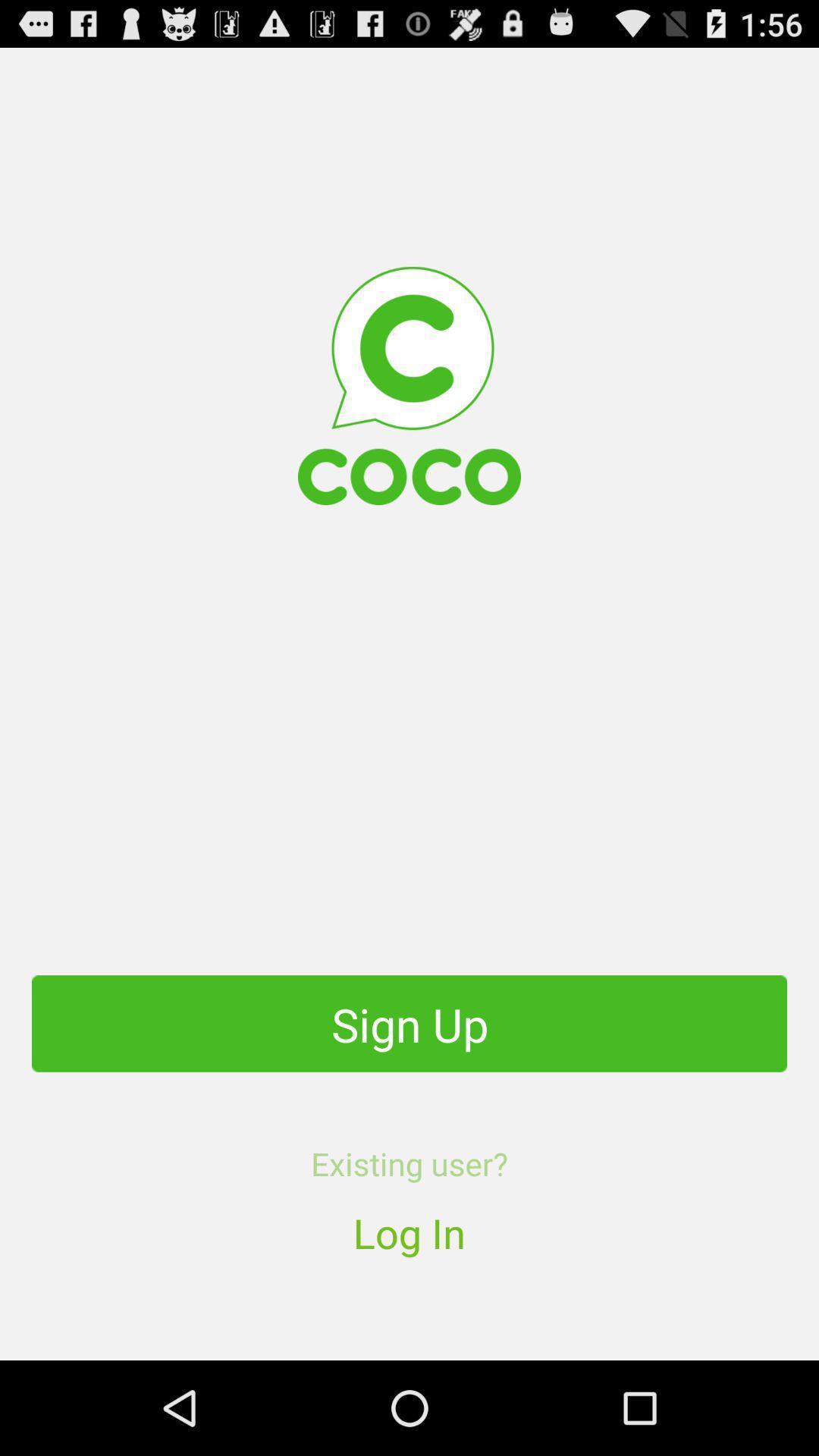  Describe the element at coordinates (409, 1023) in the screenshot. I see `the item above the existing user?` at that location.